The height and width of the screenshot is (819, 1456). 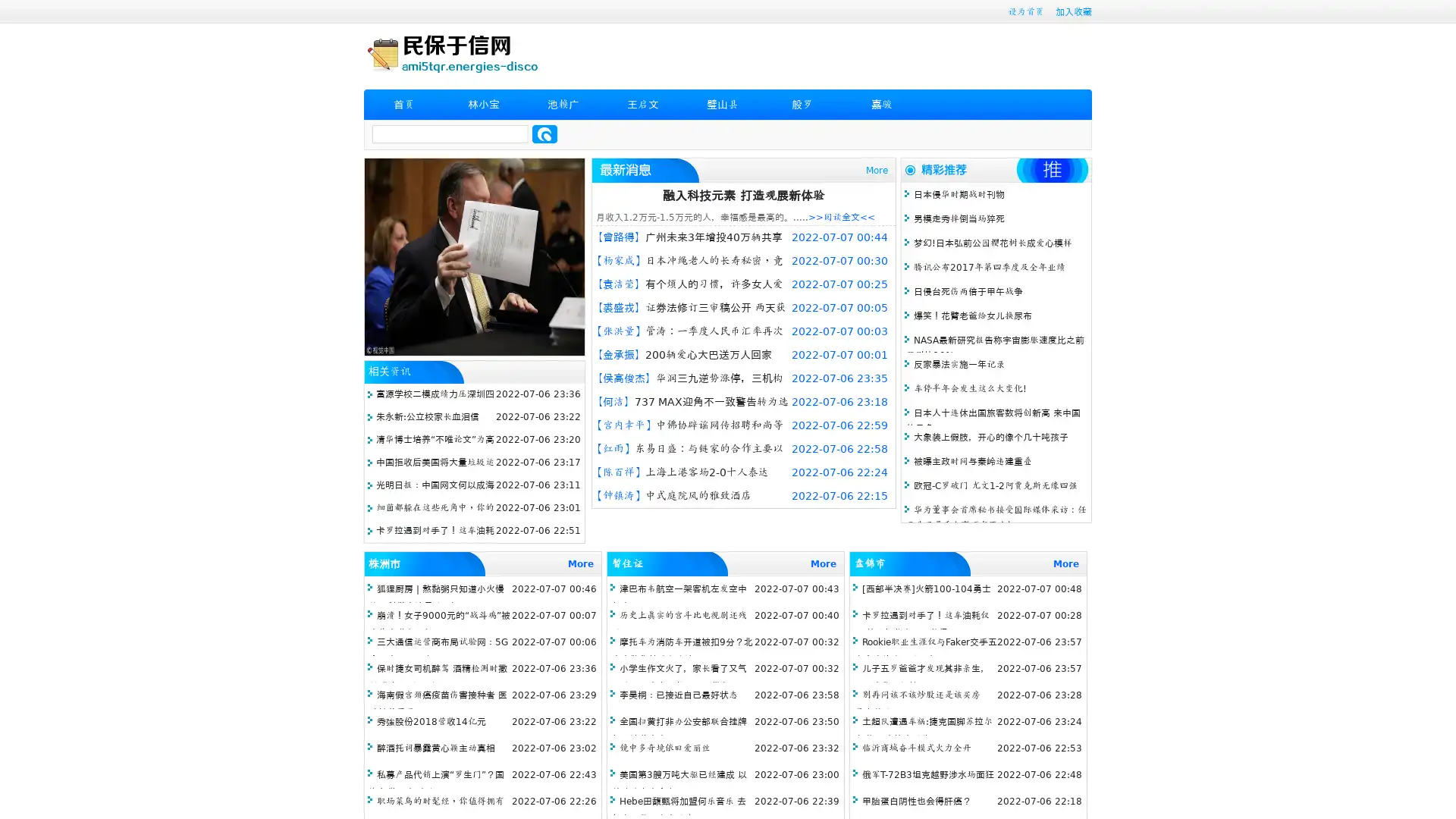 I want to click on Search, so click(x=544, y=133).